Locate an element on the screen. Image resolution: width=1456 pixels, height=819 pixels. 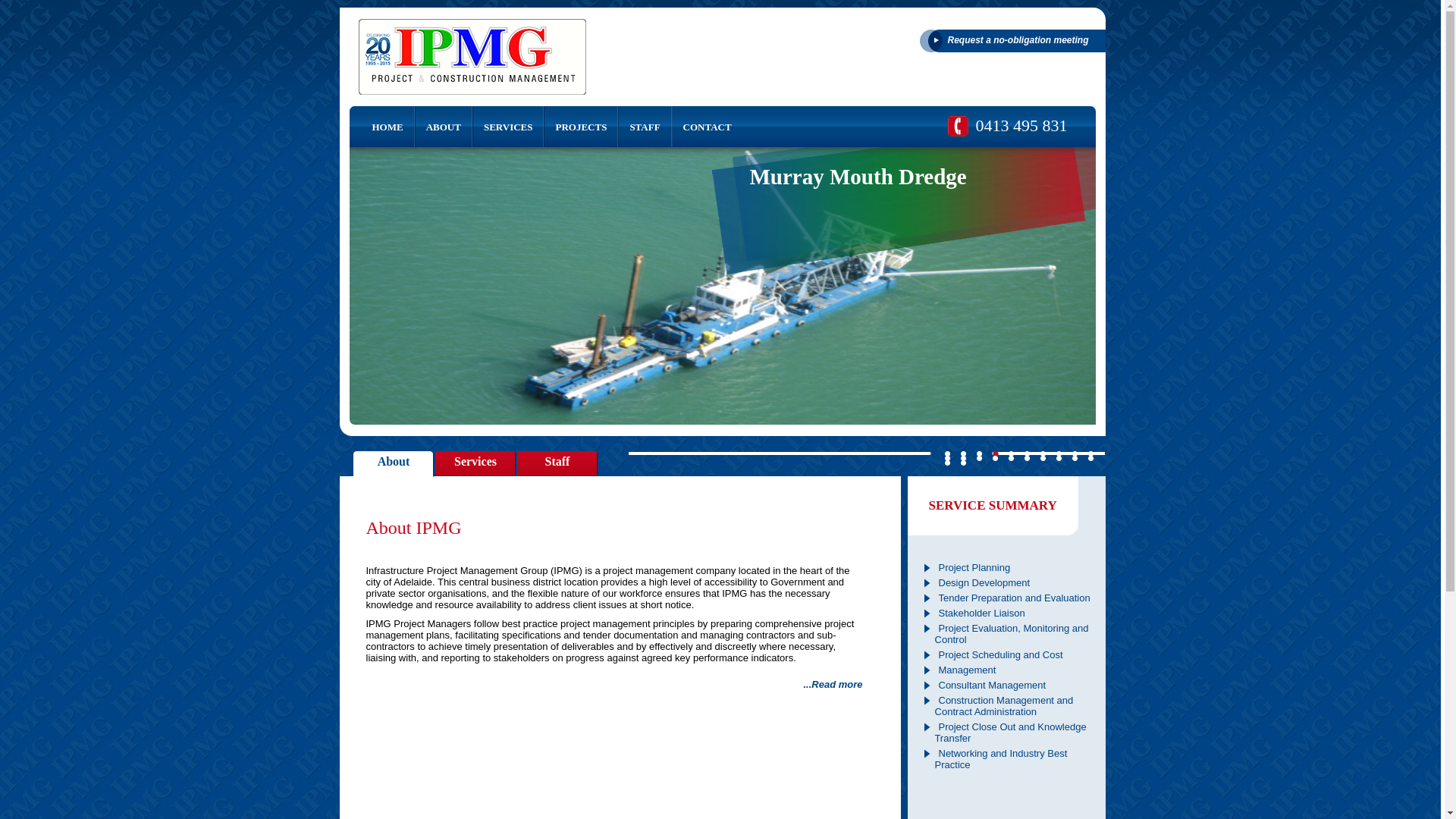
'14' is located at coordinates (994, 457).